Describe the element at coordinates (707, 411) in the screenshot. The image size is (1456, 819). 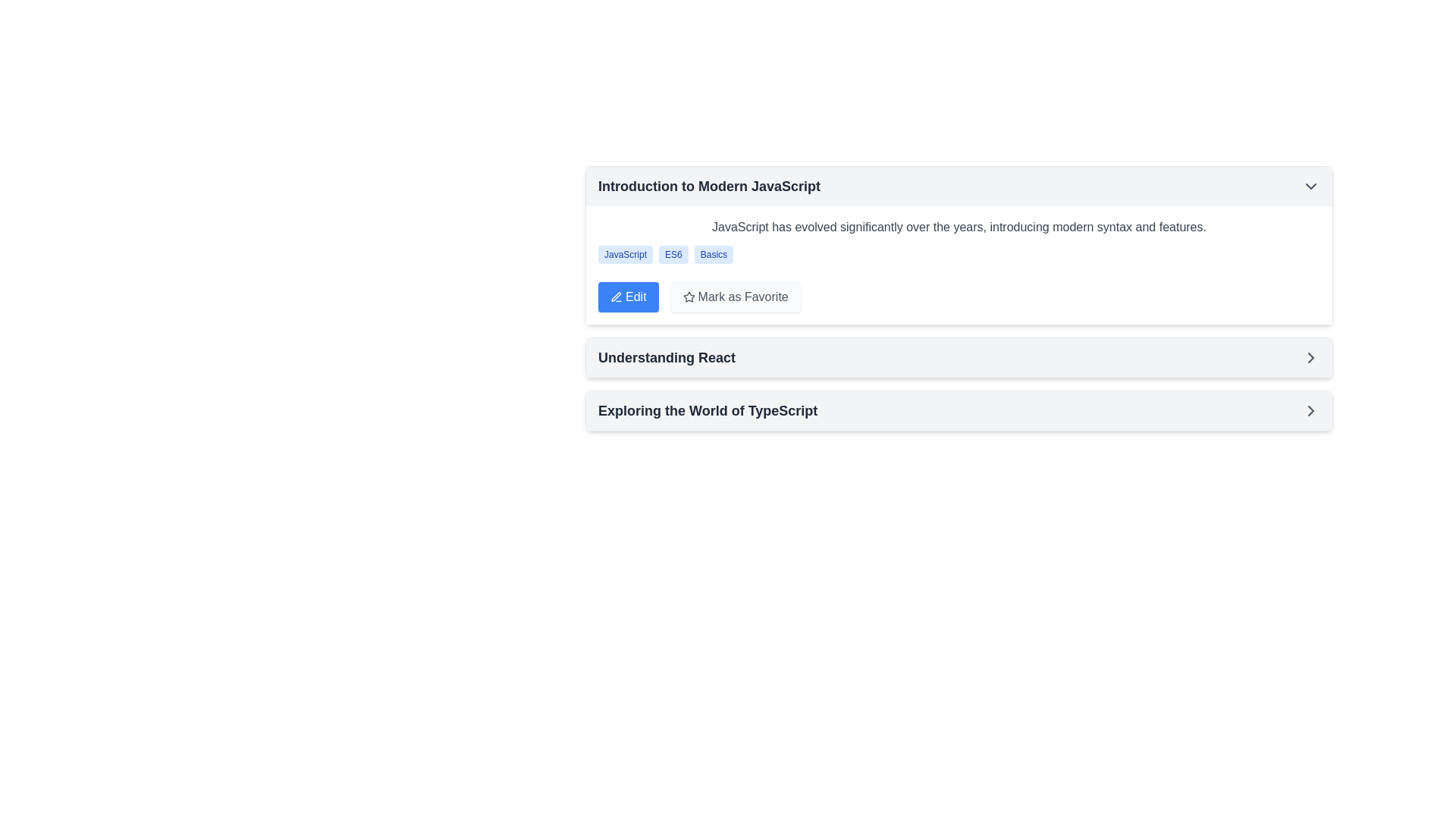
I see `the text label displaying 'Exploring the World of TypeScript', which is positioned at the top-center of a rectangular section, distinctively styled in bold dark gray font` at that location.